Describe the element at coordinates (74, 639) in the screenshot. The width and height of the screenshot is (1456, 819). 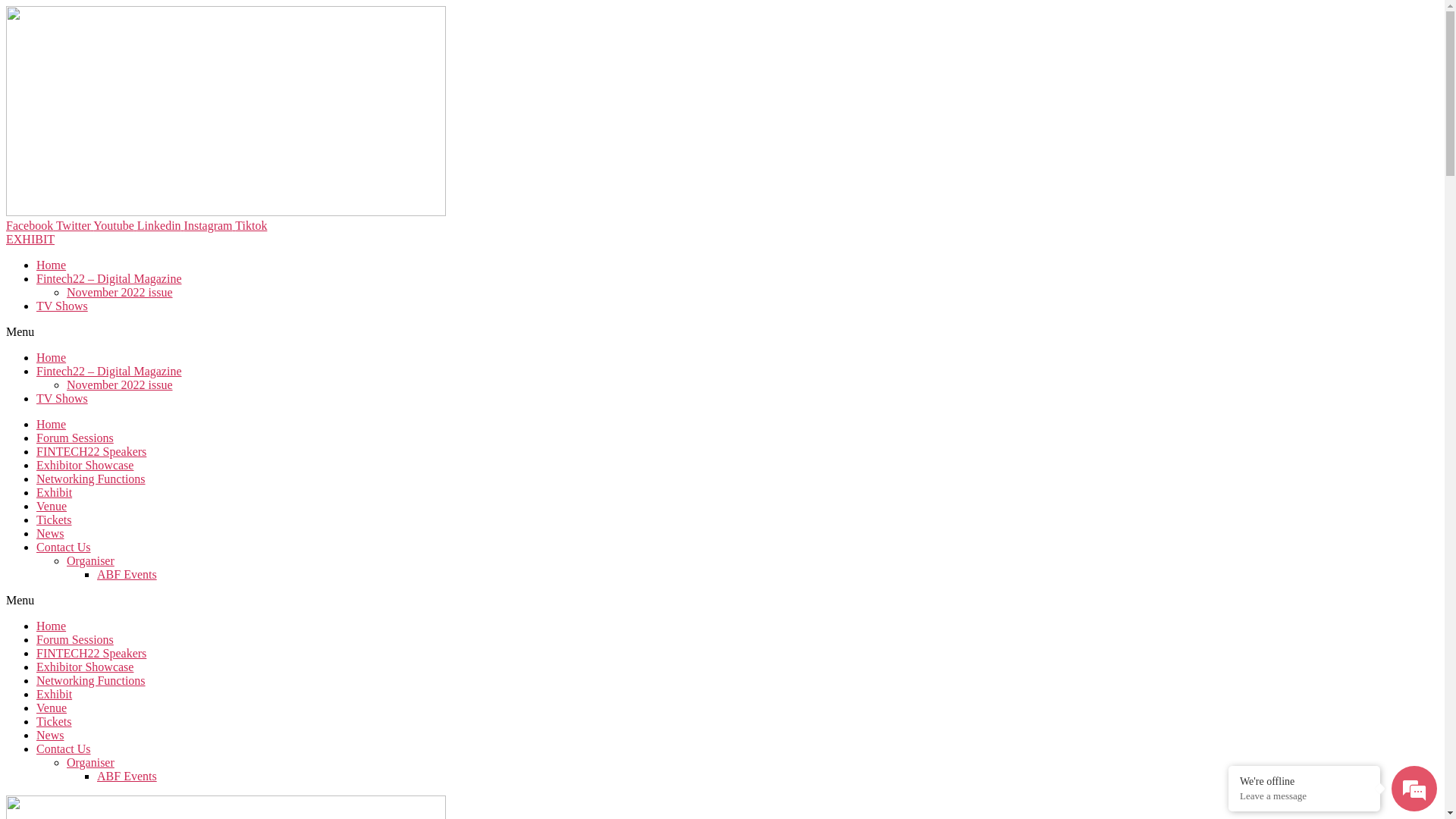
I see `'Forum Sessions'` at that location.